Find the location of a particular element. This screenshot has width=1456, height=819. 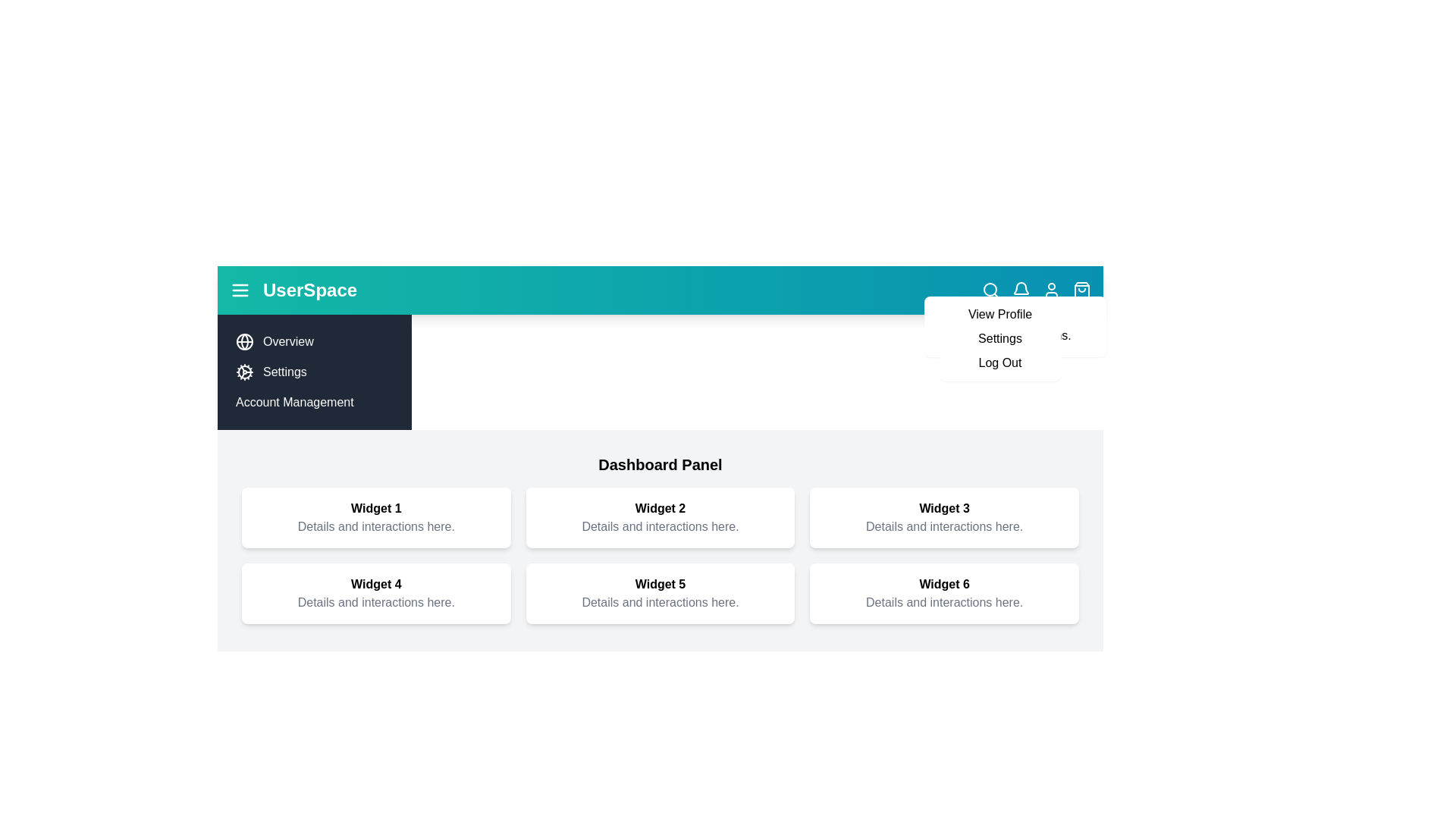

the details in the 'Widget 4' informational card, which is a rectangular card with a white background displaying the text 'Widget 4' in bold and subtext 'Details and interactions here.' is located at coordinates (376, 593).